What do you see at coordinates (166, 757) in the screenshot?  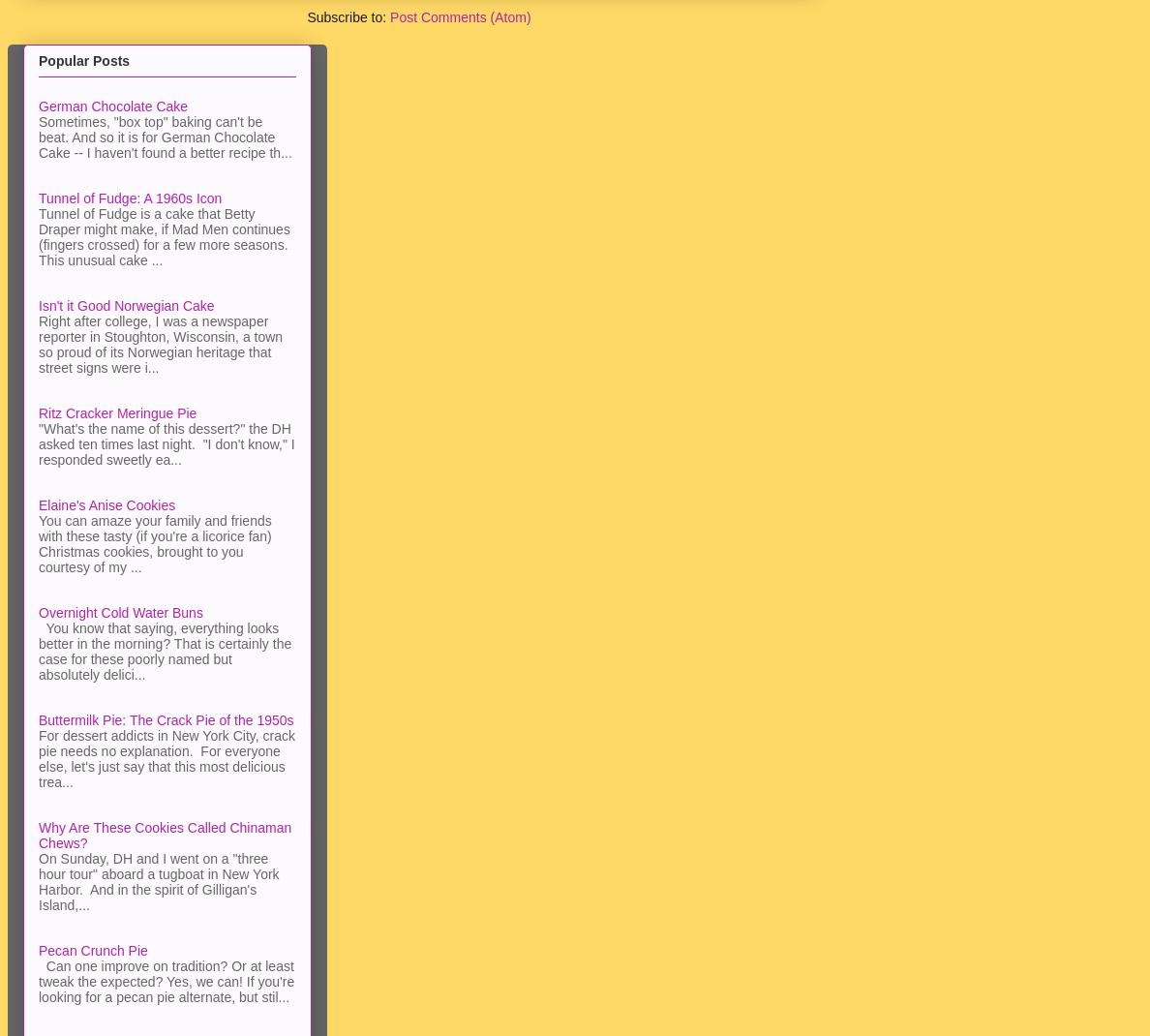 I see `'For dessert addicts in New York City, crack pie needs no explanation.  For everyone else, let's just say that this most delicious trea...'` at bounding box center [166, 757].